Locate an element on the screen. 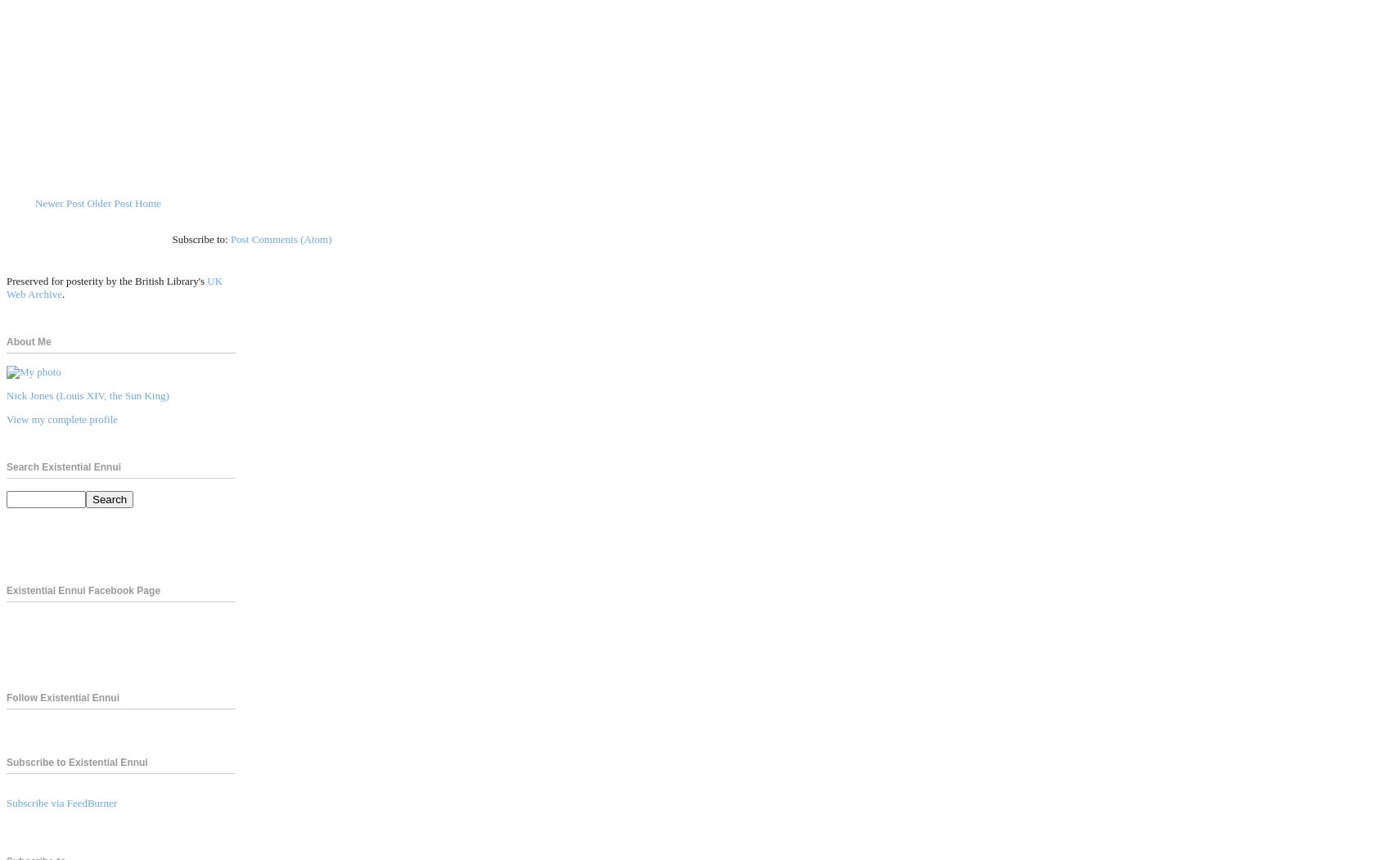 The width and height of the screenshot is (1400, 860). 'Follow Existential Ennui' is located at coordinates (61, 696).